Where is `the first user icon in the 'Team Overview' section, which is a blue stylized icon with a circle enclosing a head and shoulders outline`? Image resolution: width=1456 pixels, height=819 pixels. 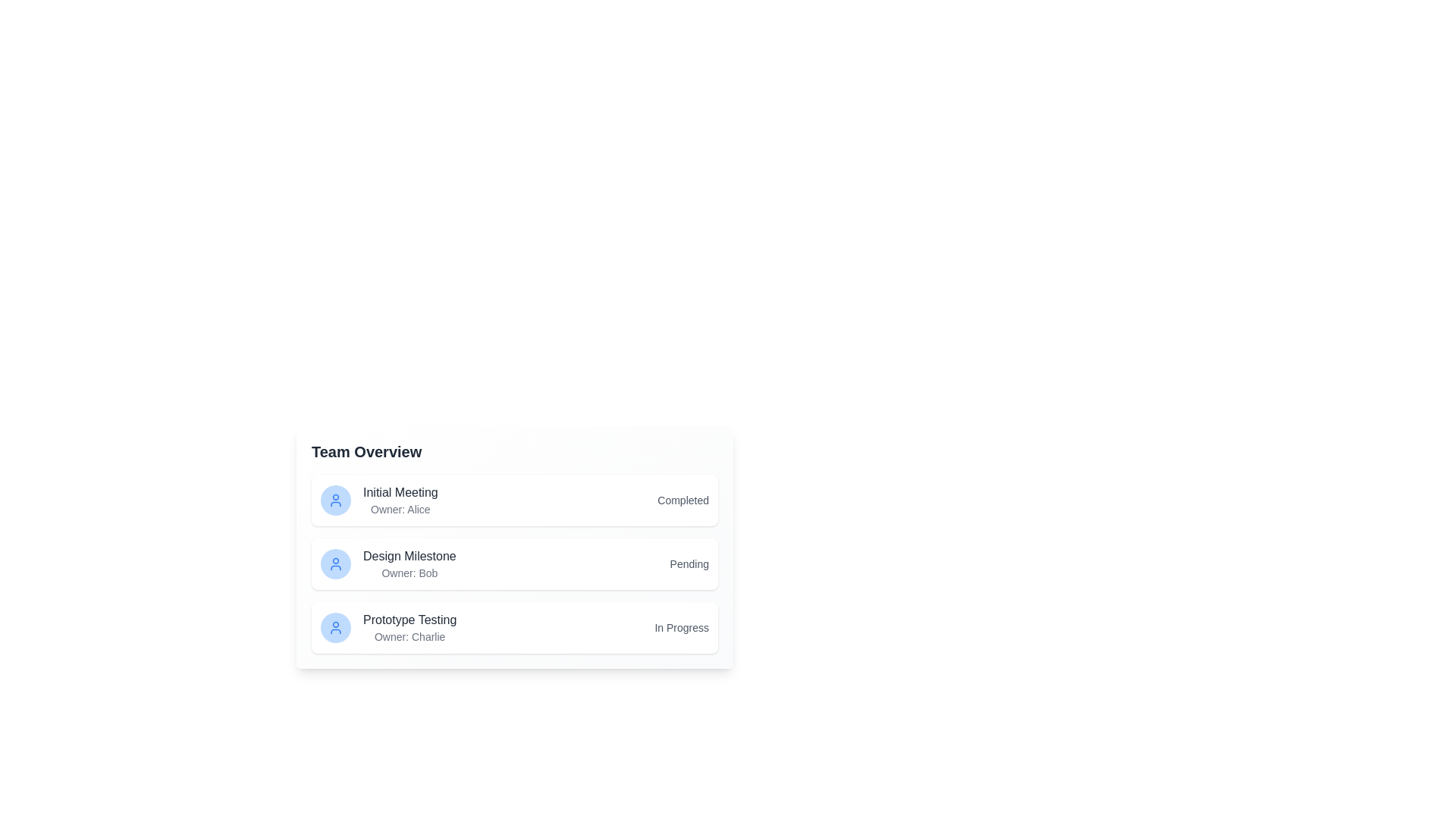
the first user icon in the 'Team Overview' section, which is a blue stylized icon with a circle enclosing a head and shoulders outline is located at coordinates (334, 500).